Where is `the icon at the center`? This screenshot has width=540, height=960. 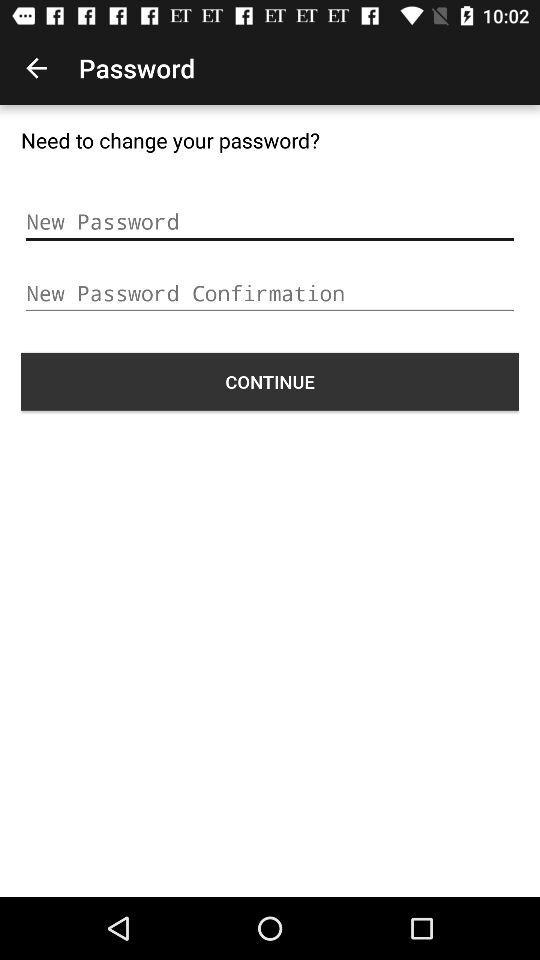 the icon at the center is located at coordinates (270, 380).